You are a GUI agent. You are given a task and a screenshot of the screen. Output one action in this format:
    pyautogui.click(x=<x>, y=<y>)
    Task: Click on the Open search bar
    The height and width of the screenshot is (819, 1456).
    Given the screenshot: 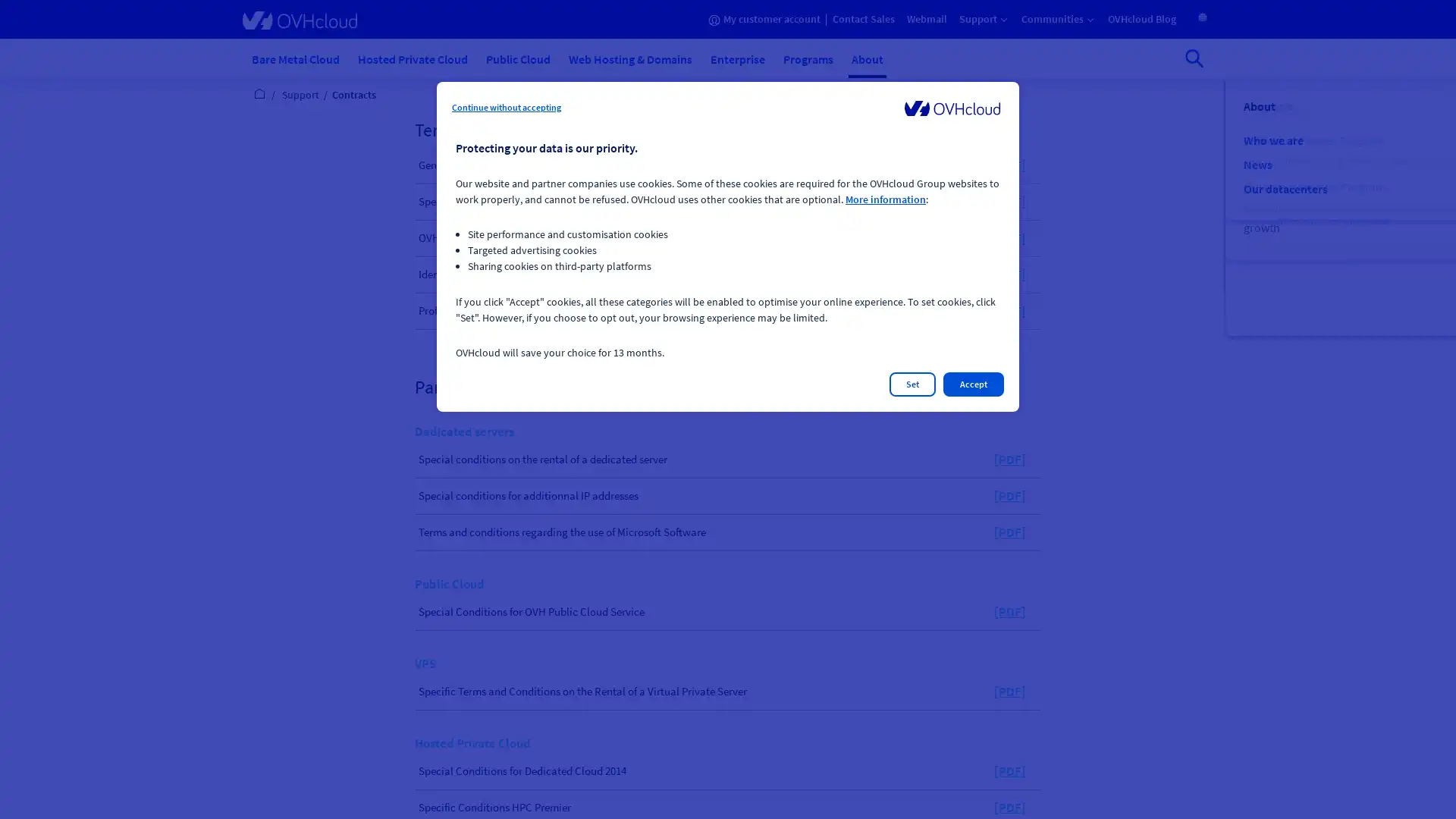 What is the action you would take?
    pyautogui.click(x=1193, y=58)
    